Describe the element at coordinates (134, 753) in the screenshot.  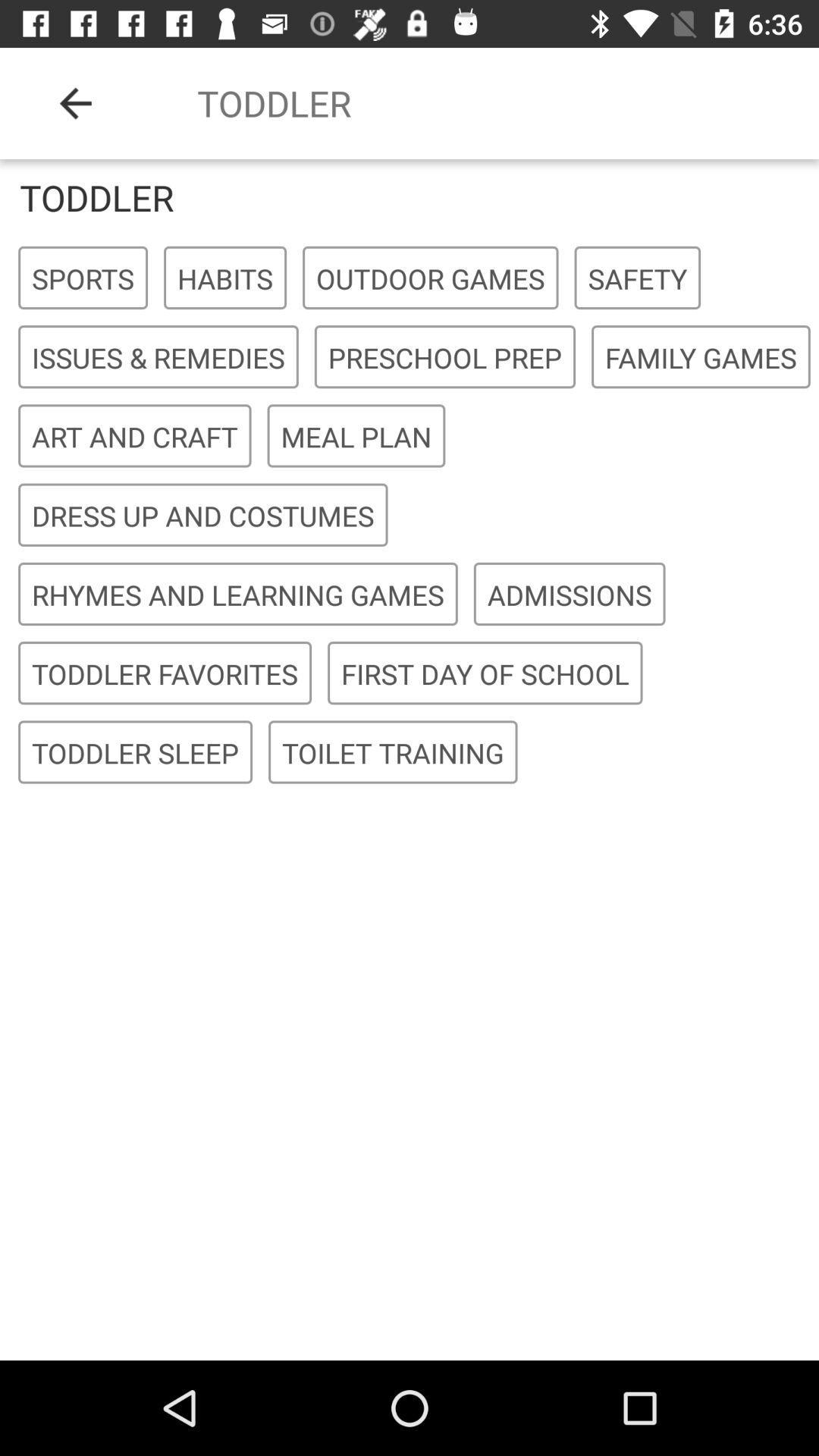
I see `the item next to the toilet training icon` at that location.